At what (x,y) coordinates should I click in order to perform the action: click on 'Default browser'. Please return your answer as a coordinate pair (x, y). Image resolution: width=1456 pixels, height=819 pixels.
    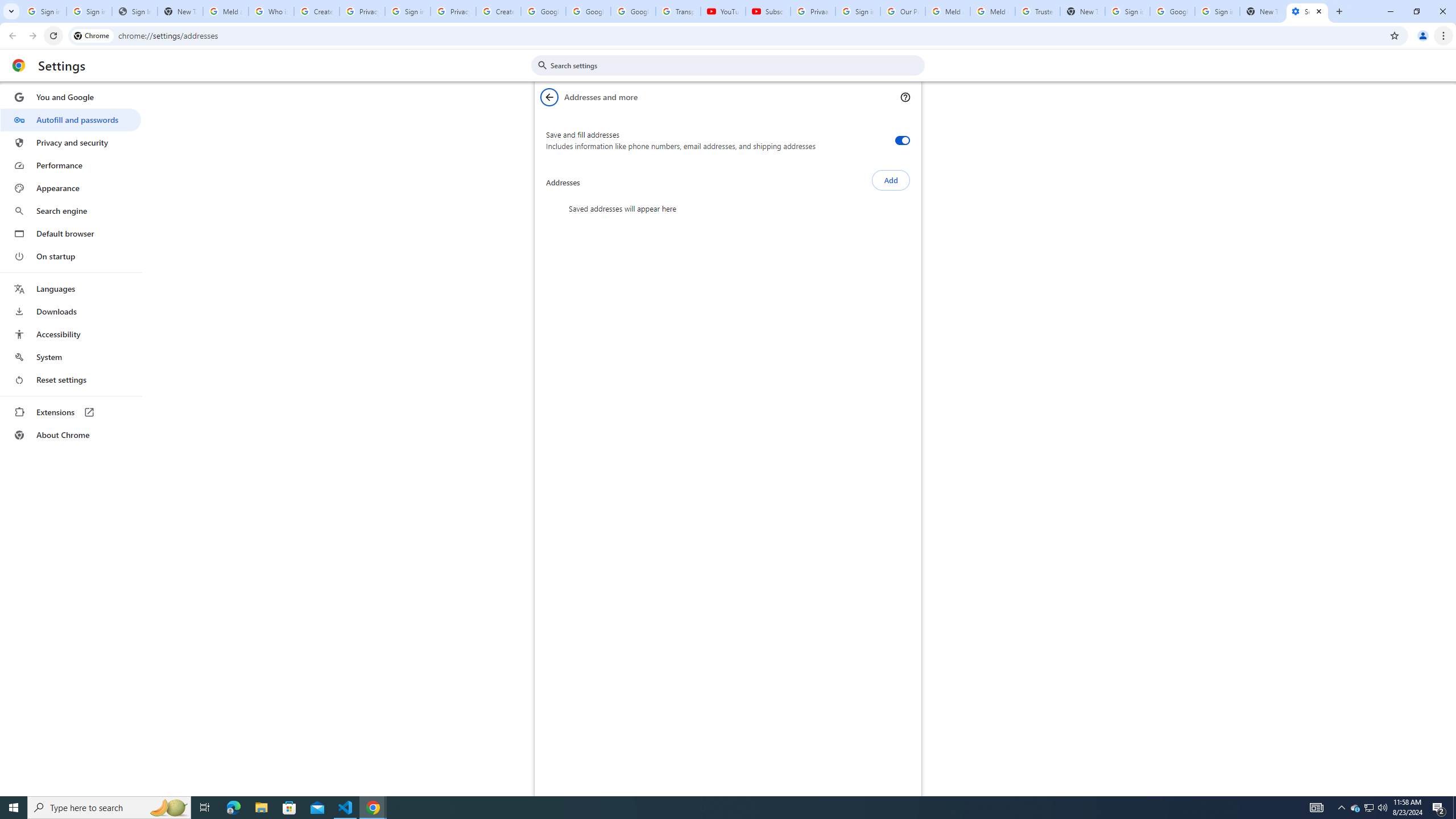
    Looking at the image, I should click on (70, 233).